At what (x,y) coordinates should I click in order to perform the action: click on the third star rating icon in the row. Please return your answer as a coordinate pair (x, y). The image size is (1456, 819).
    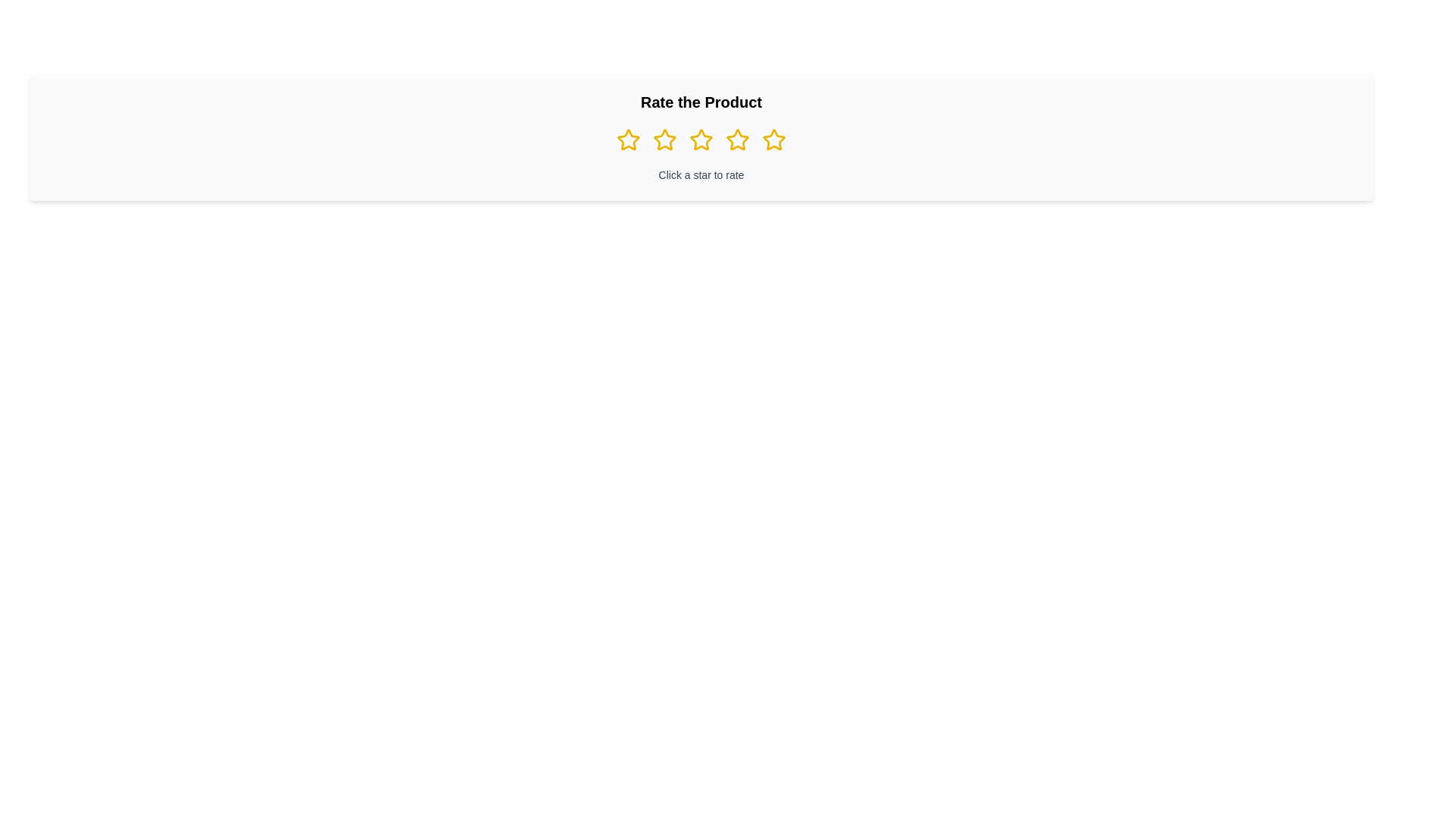
    Looking at the image, I should click on (701, 140).